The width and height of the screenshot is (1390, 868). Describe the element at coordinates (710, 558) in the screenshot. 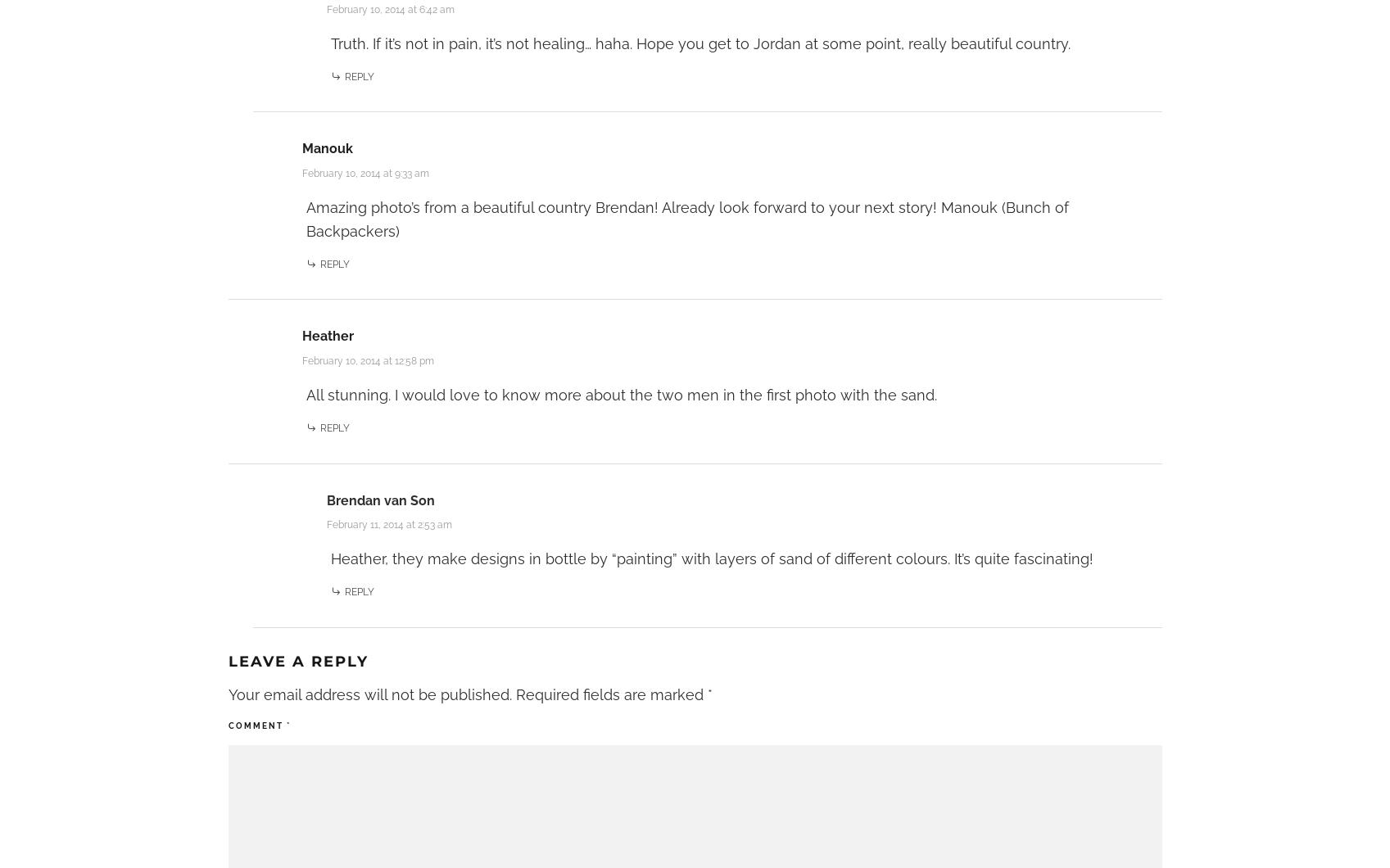

I see `'Heather, they make designs in bottle by “painting” with layers of sand of different colours.  It’s quite fascinating!'` at that location.